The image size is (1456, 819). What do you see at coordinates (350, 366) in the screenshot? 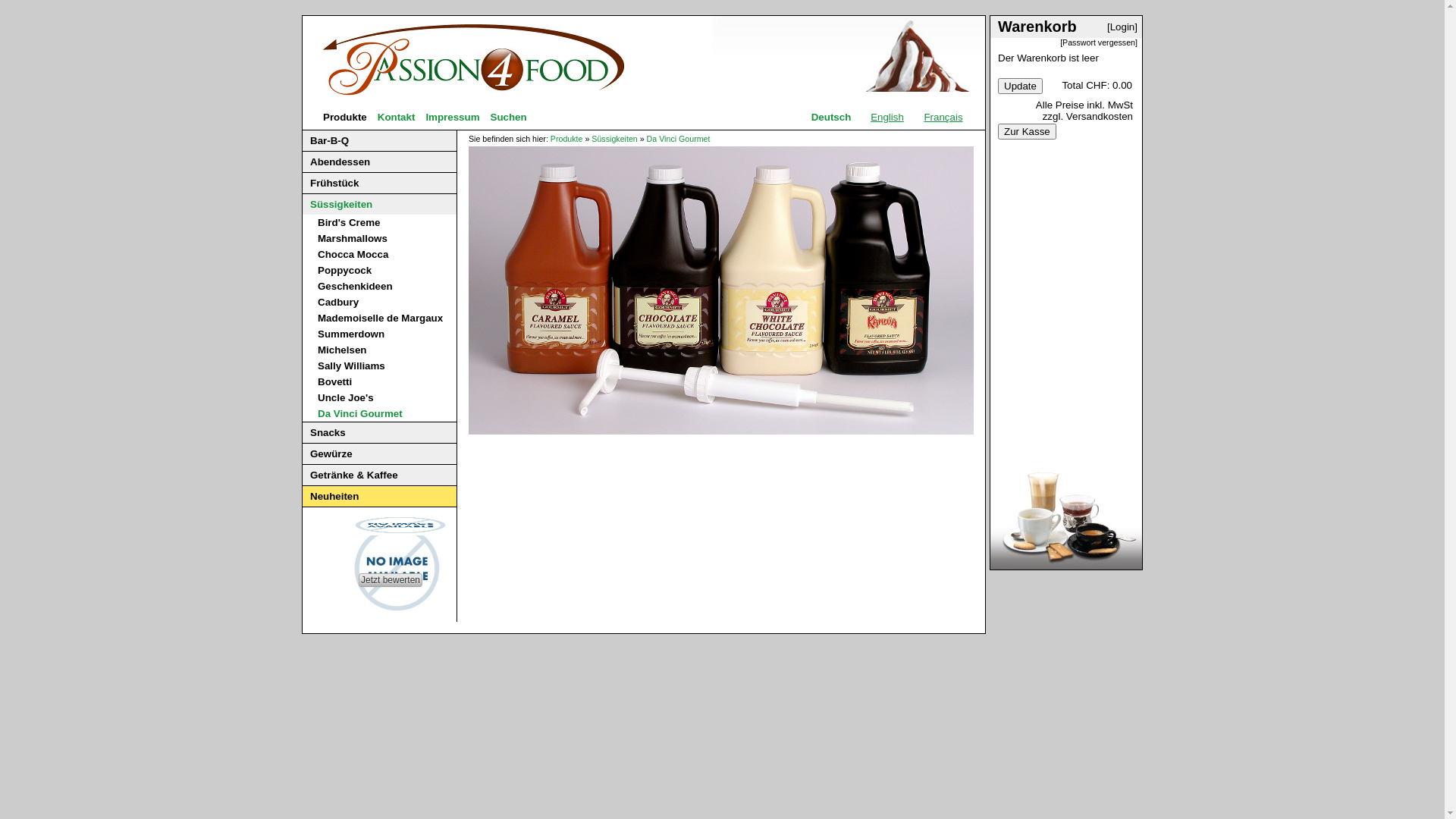
I see `'Sally Williams'` at bounding box center [350, 366].